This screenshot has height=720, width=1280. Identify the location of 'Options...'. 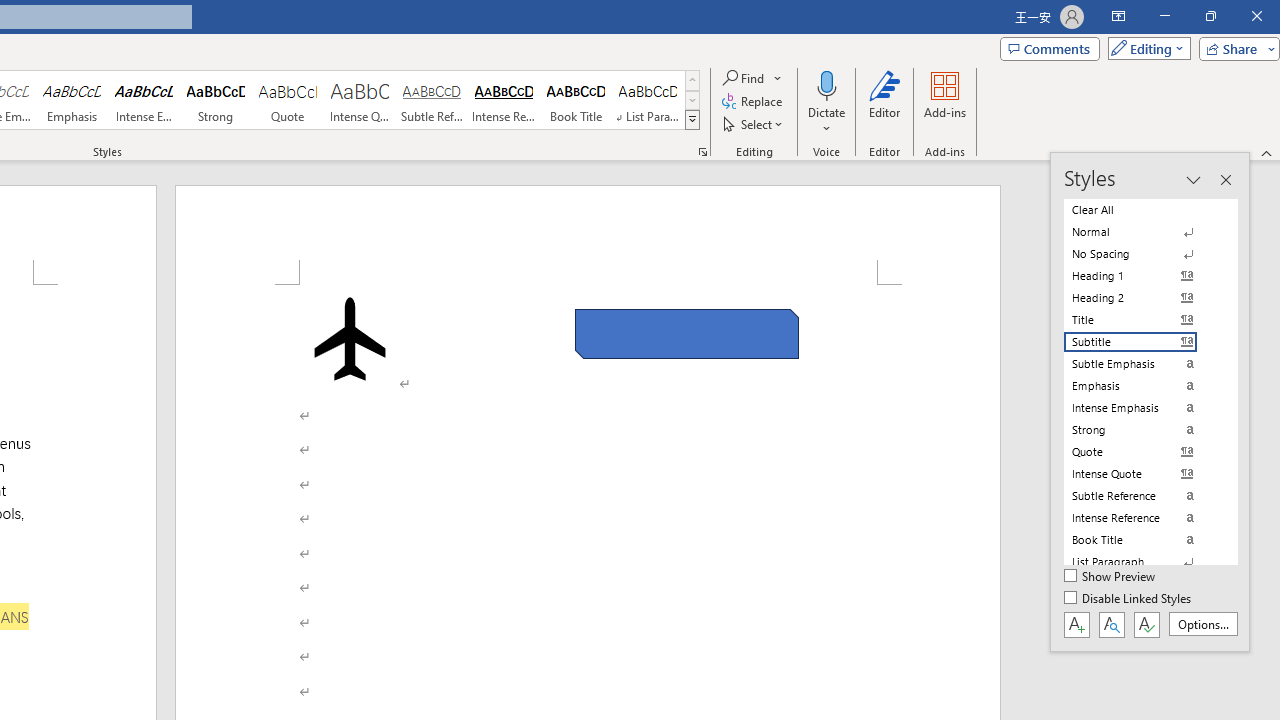
(1202, 622).